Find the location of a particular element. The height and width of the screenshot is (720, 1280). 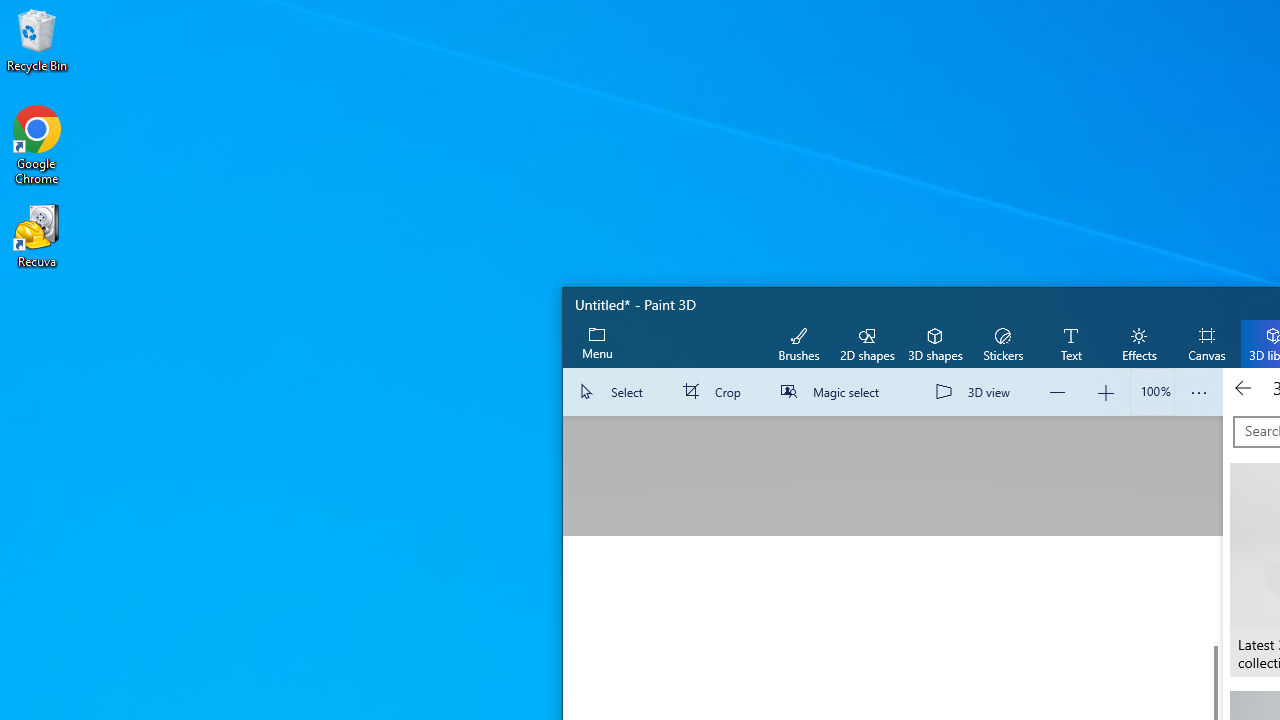

'Zoom slider' is located at coordinates (1152, 392).